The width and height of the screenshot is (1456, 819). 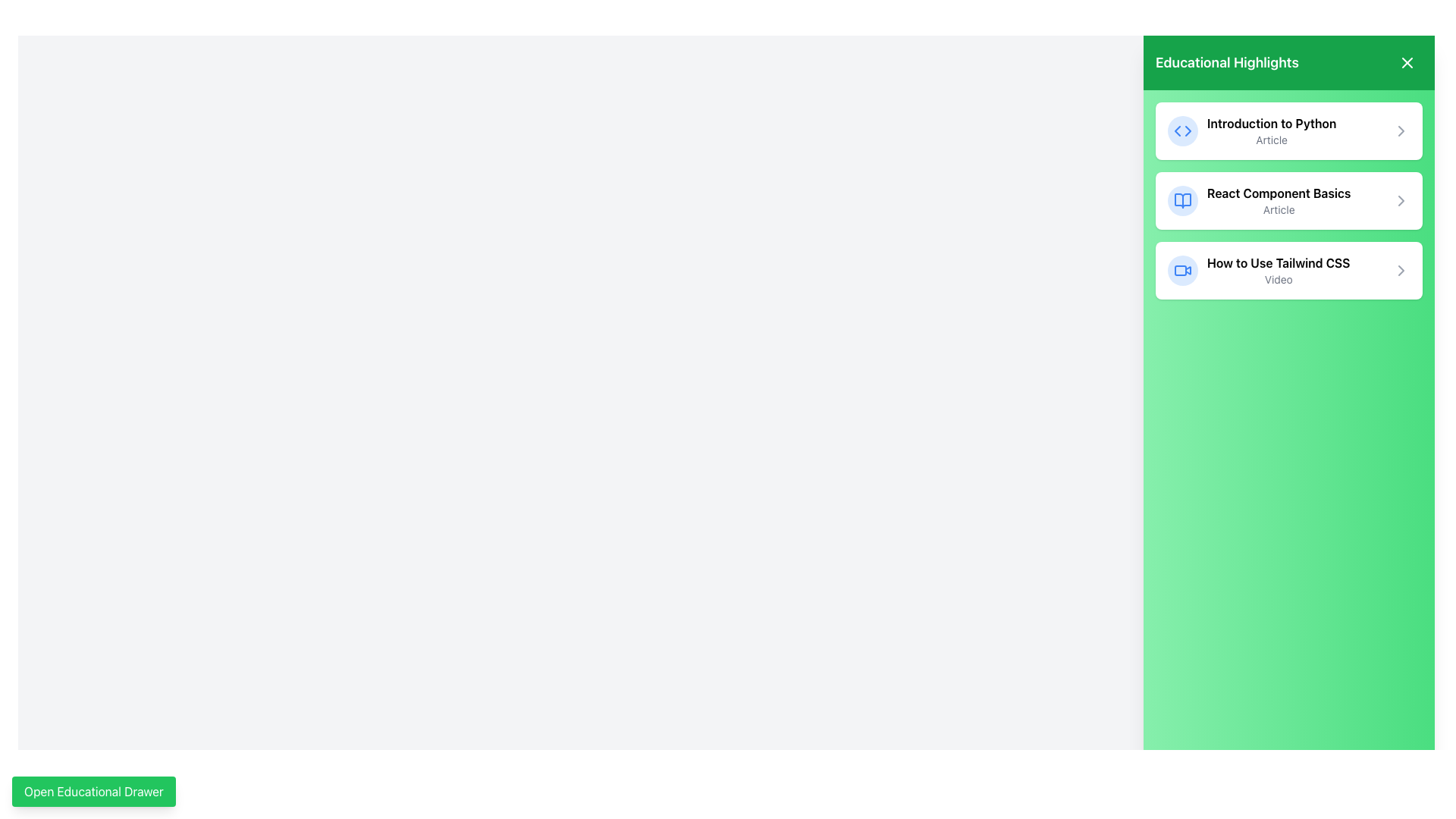 What do you see at coordinates (1278, 262) in the screenshot?
I see `the text label that serves as the title for the educational content card located in the green sidebar labeled 'Educational Highlights', specifically the third item in the list` at bounding box center [1278, 262].